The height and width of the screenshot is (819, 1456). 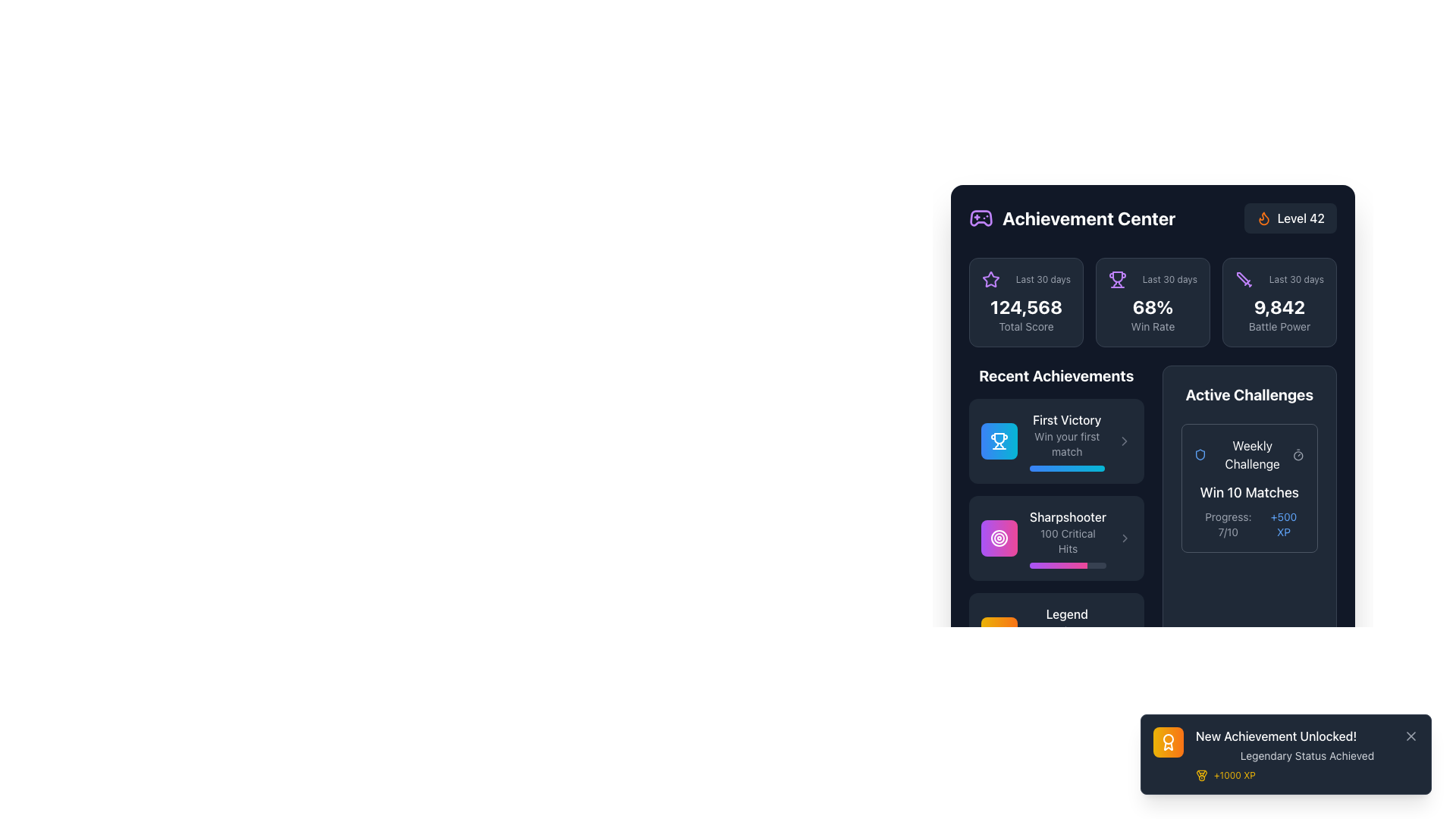 What do you see at coordinates (999, 635) in the screenshot?
I see `the vibrant crown SVG icon located near the bottom center of the 'Recent Achievements' list, positioned beneath the 'Legend' section` at bounding box center [999, 635].